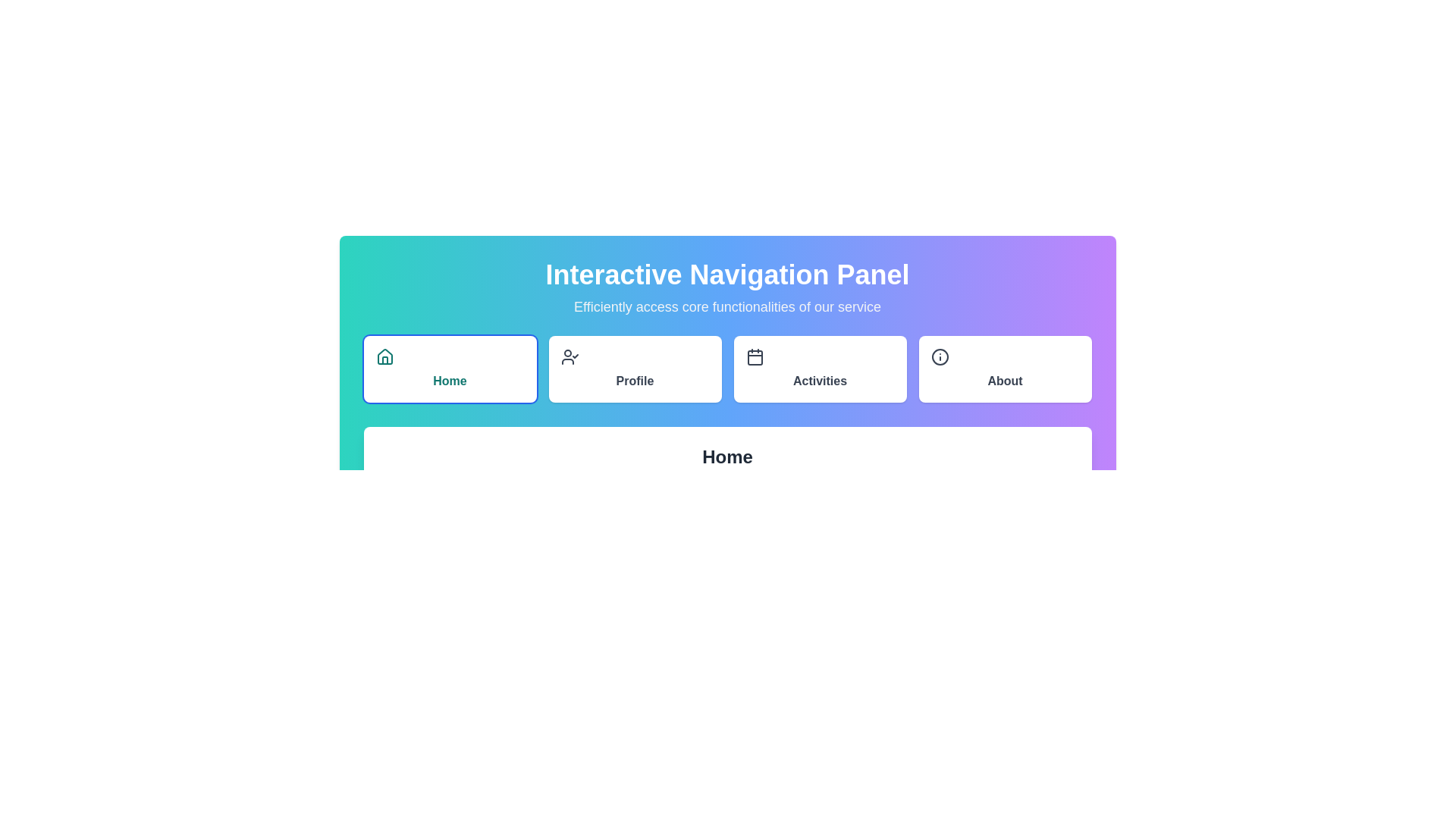 This screenshot has height=819, width=1456. I want to click on the 'Activities' icon located at the top of the 'Activities' card in the navigation bar to interact with its associated functionality, so click(755, 356).